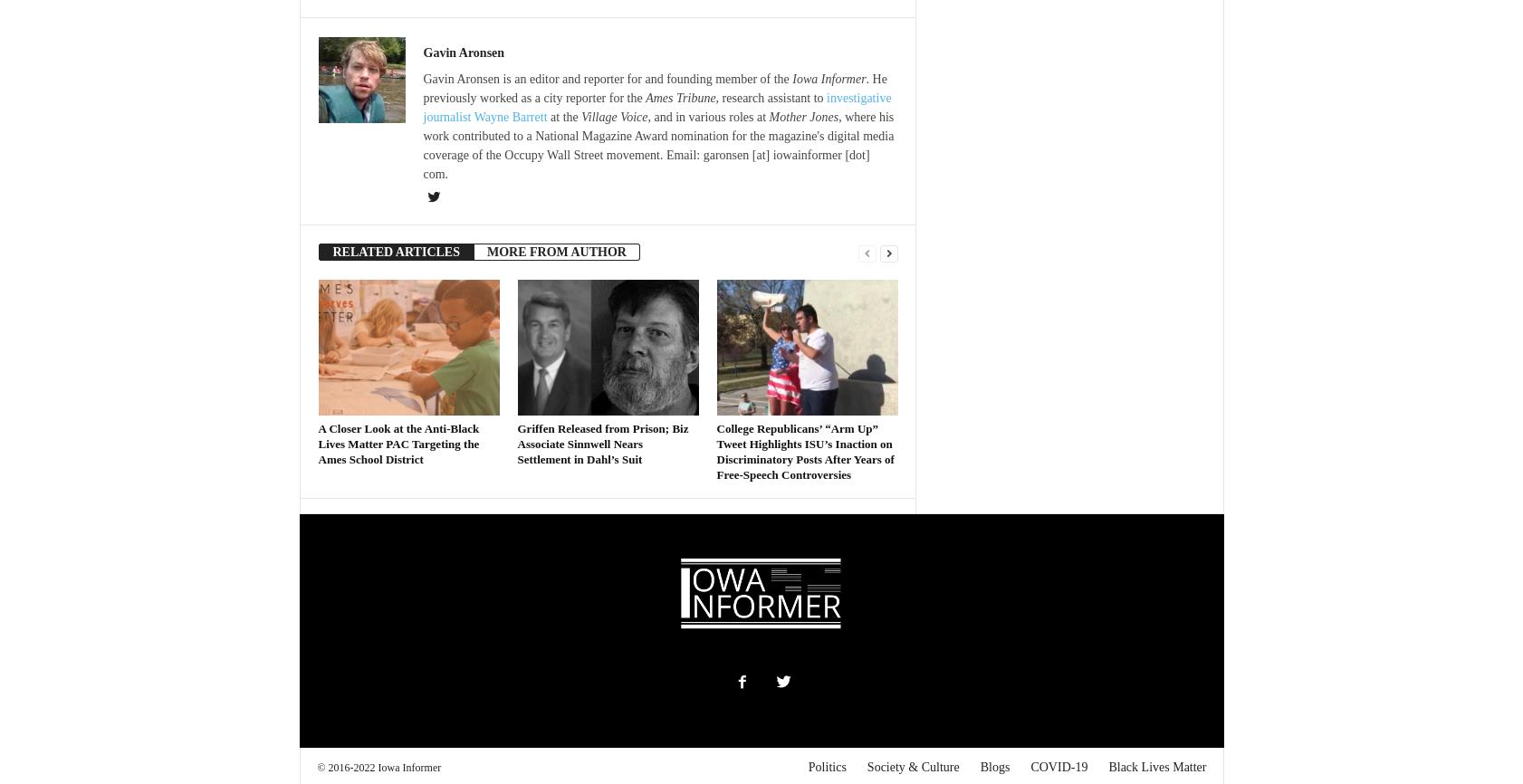 This screenshot has height=784, width=1523. What do you see at coordinates (564, 117) in the screenshot?
I see `'at the'` at bounding box center [564, 117].